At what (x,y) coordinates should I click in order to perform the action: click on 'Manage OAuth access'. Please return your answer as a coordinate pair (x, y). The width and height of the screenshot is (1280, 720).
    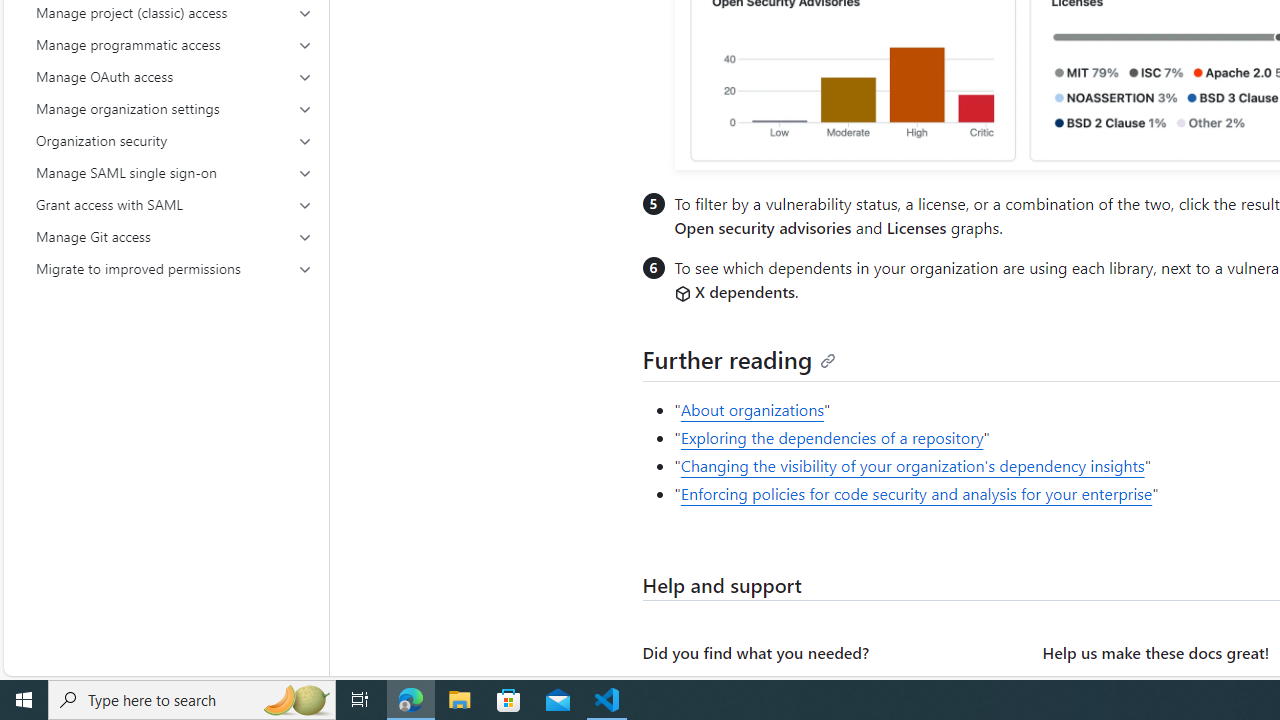
    Looking at the image, I should click on (174, 76).